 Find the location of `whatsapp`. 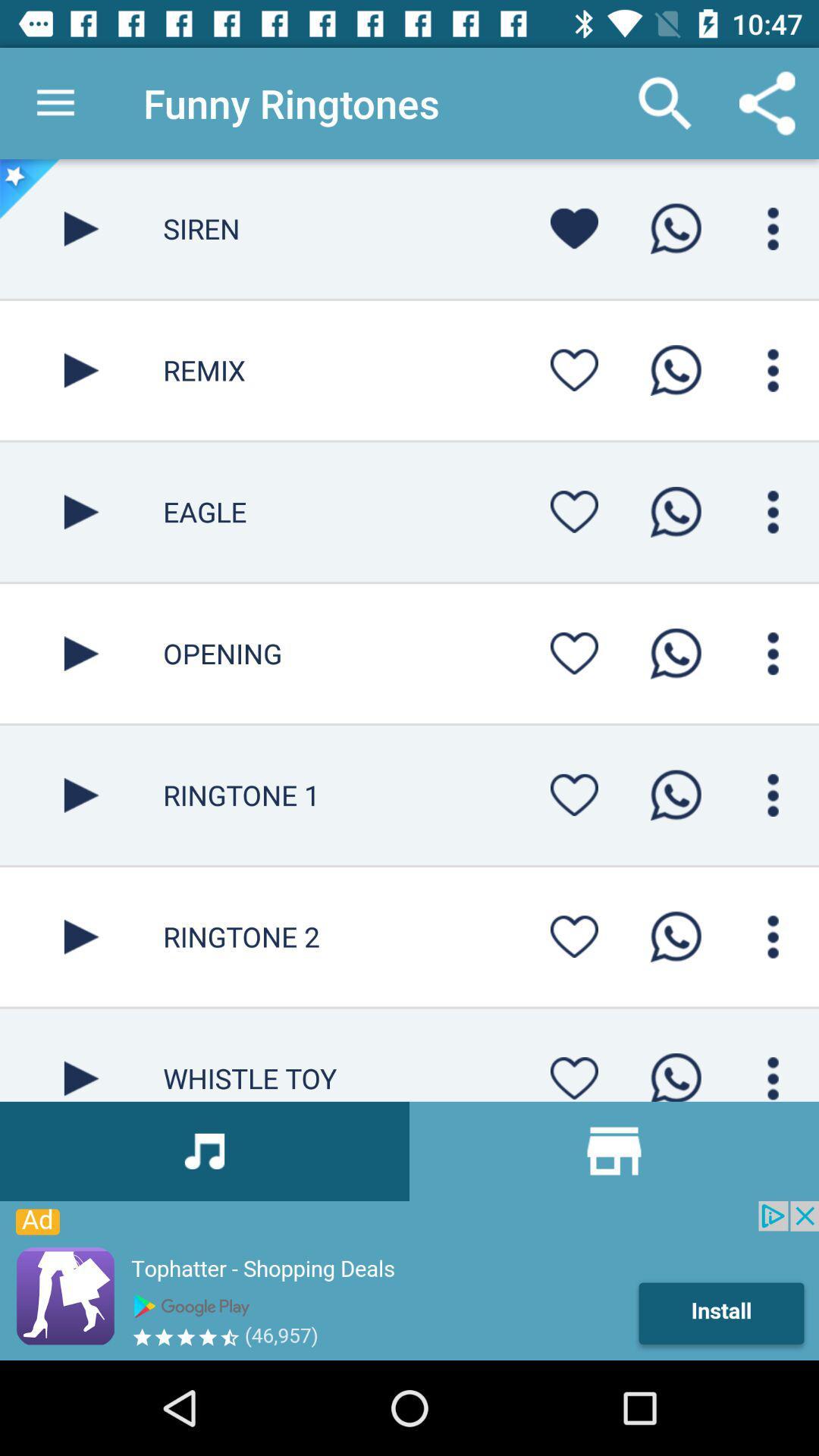

whatsapp is located at coordinates (675, 227).